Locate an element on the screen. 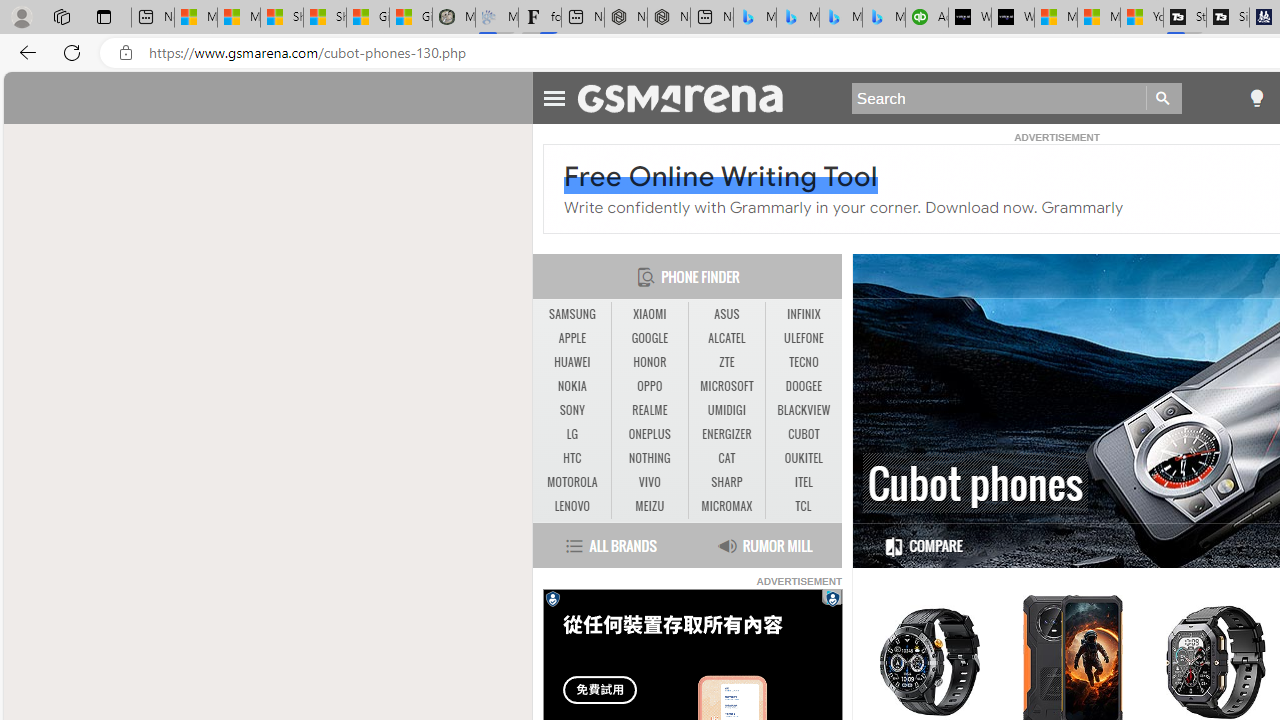  'SHARP' is located at coordinates (726, 482).